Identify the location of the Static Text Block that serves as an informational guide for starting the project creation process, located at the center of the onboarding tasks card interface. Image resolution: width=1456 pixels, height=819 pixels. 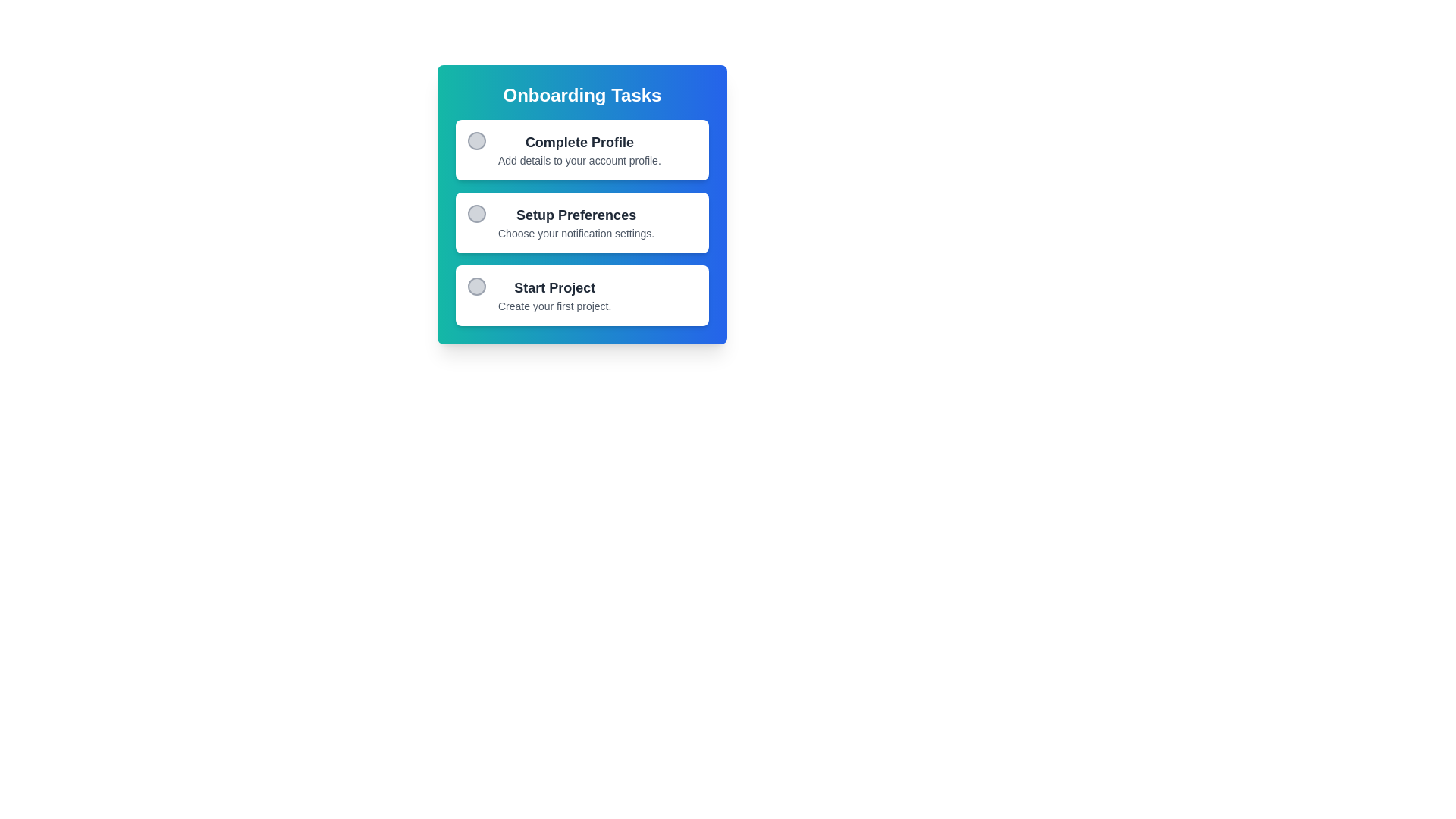
(554, 295).